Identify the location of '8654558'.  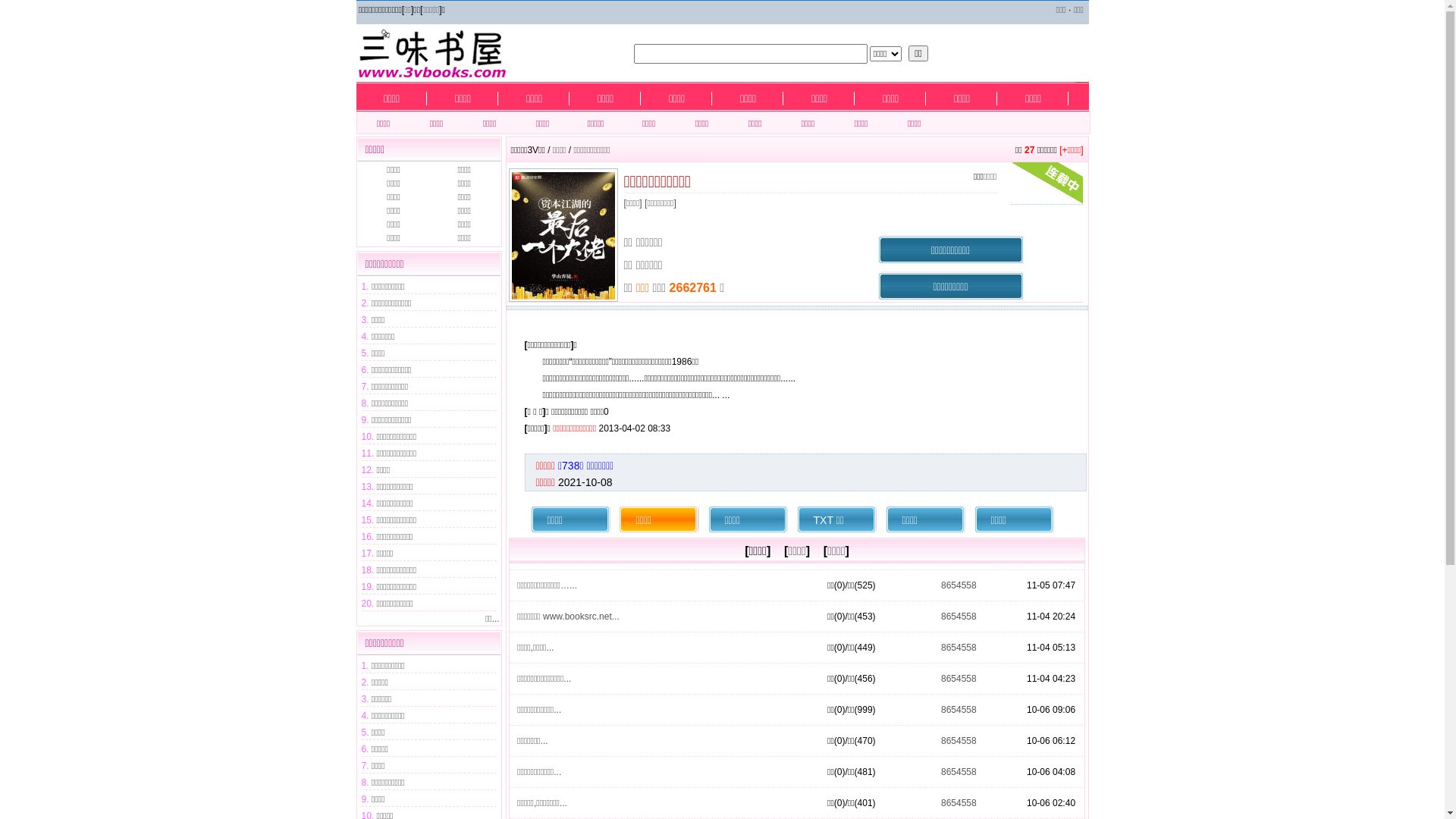
(958, 710).